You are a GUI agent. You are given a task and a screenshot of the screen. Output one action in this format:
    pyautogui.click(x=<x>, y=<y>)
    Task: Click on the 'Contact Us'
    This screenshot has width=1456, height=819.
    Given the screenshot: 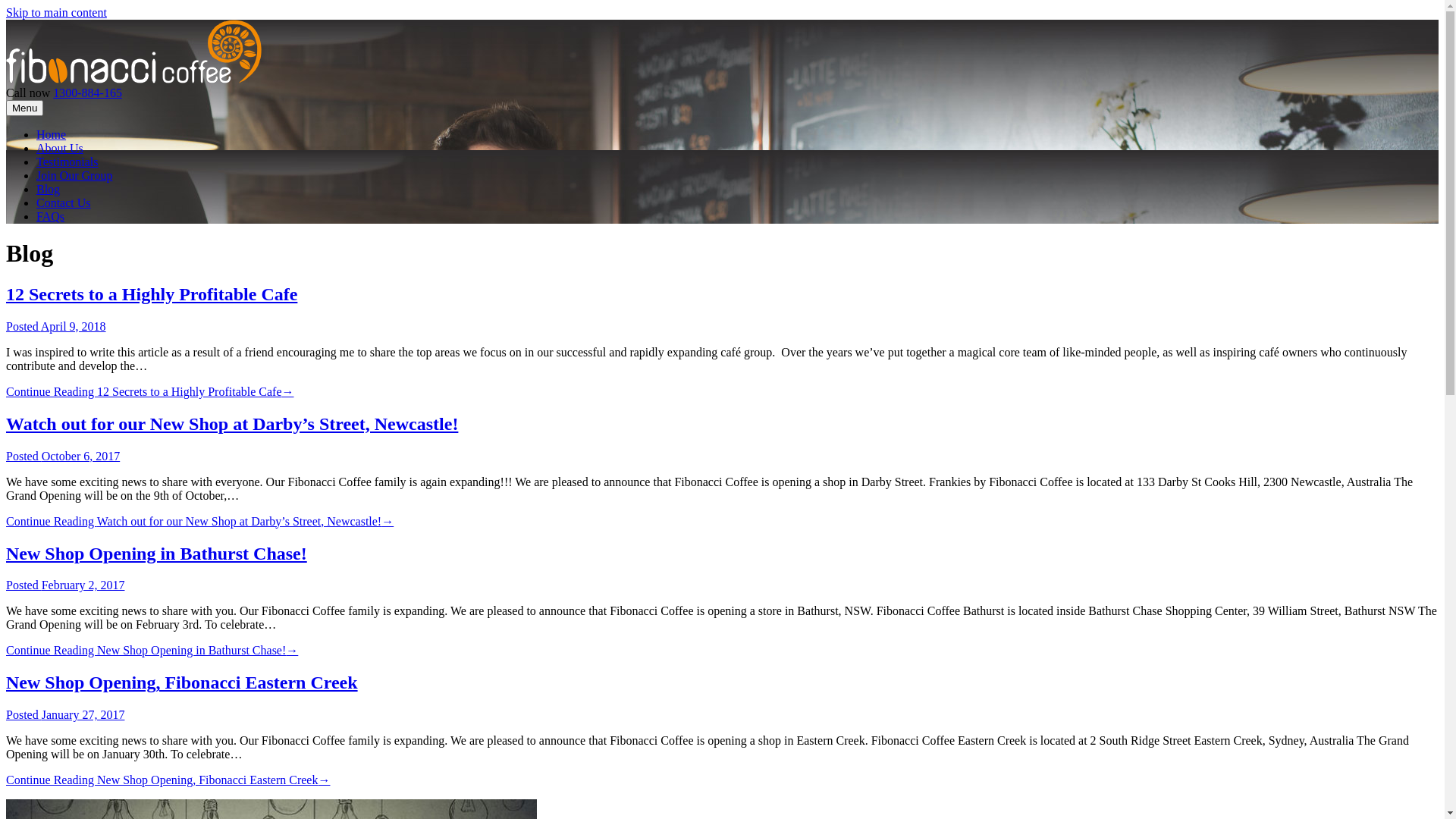 What is the action you would take?
    pyautogui.click(x=36, y=202)
    